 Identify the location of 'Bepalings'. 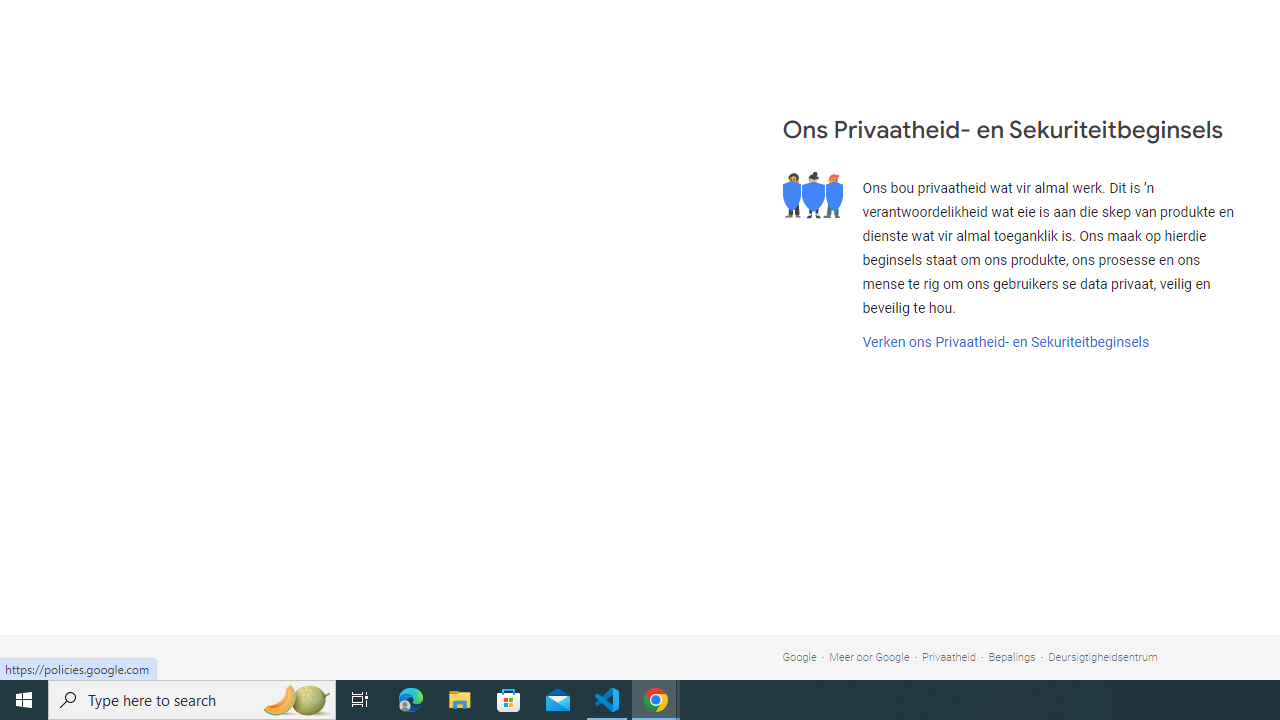
(1011, 657).